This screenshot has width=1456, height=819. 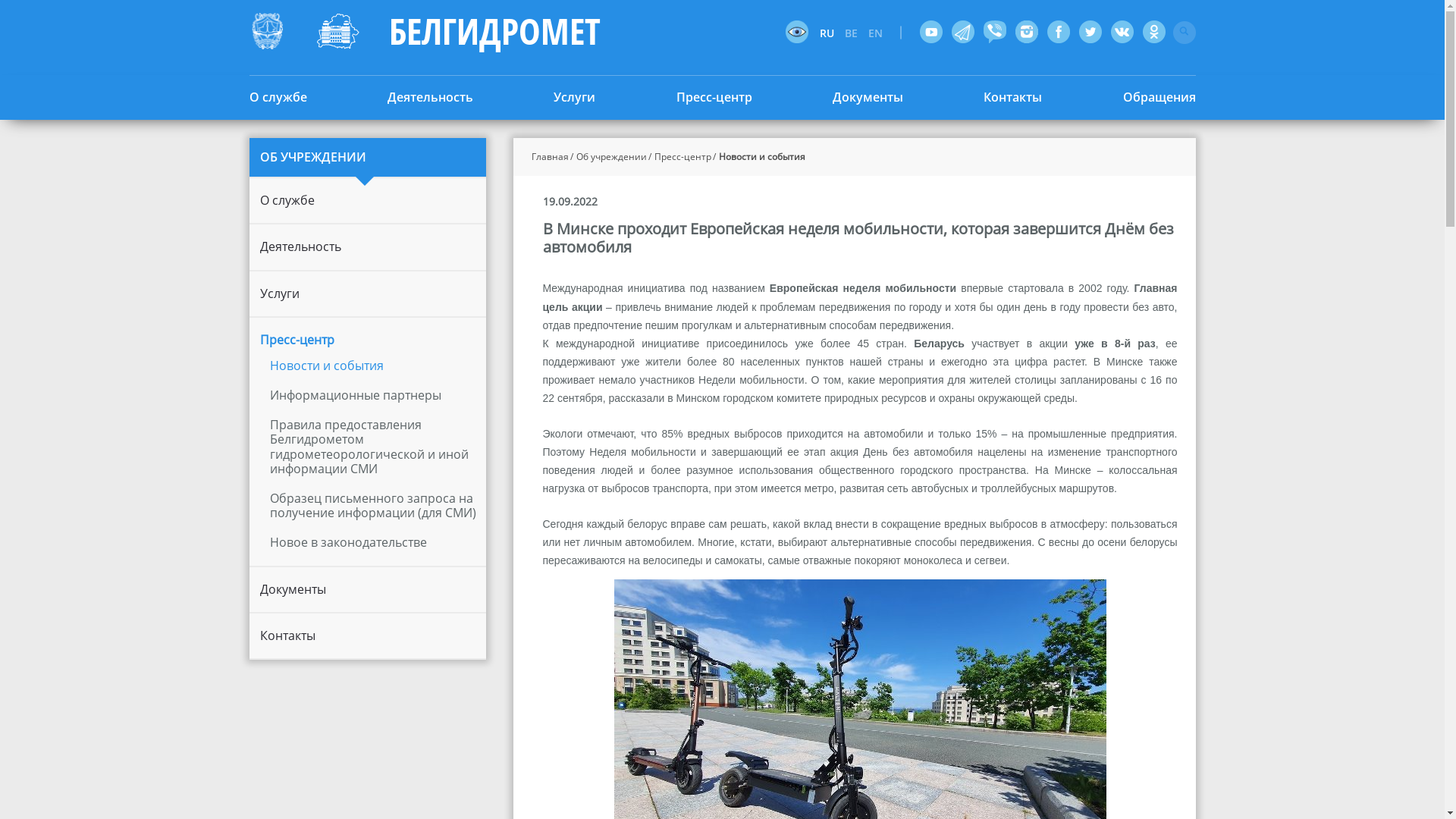 What do you see at coordinates (1057, 32) in the screenshot?
I see `'facebook'` at bounding box center [1057, 32].